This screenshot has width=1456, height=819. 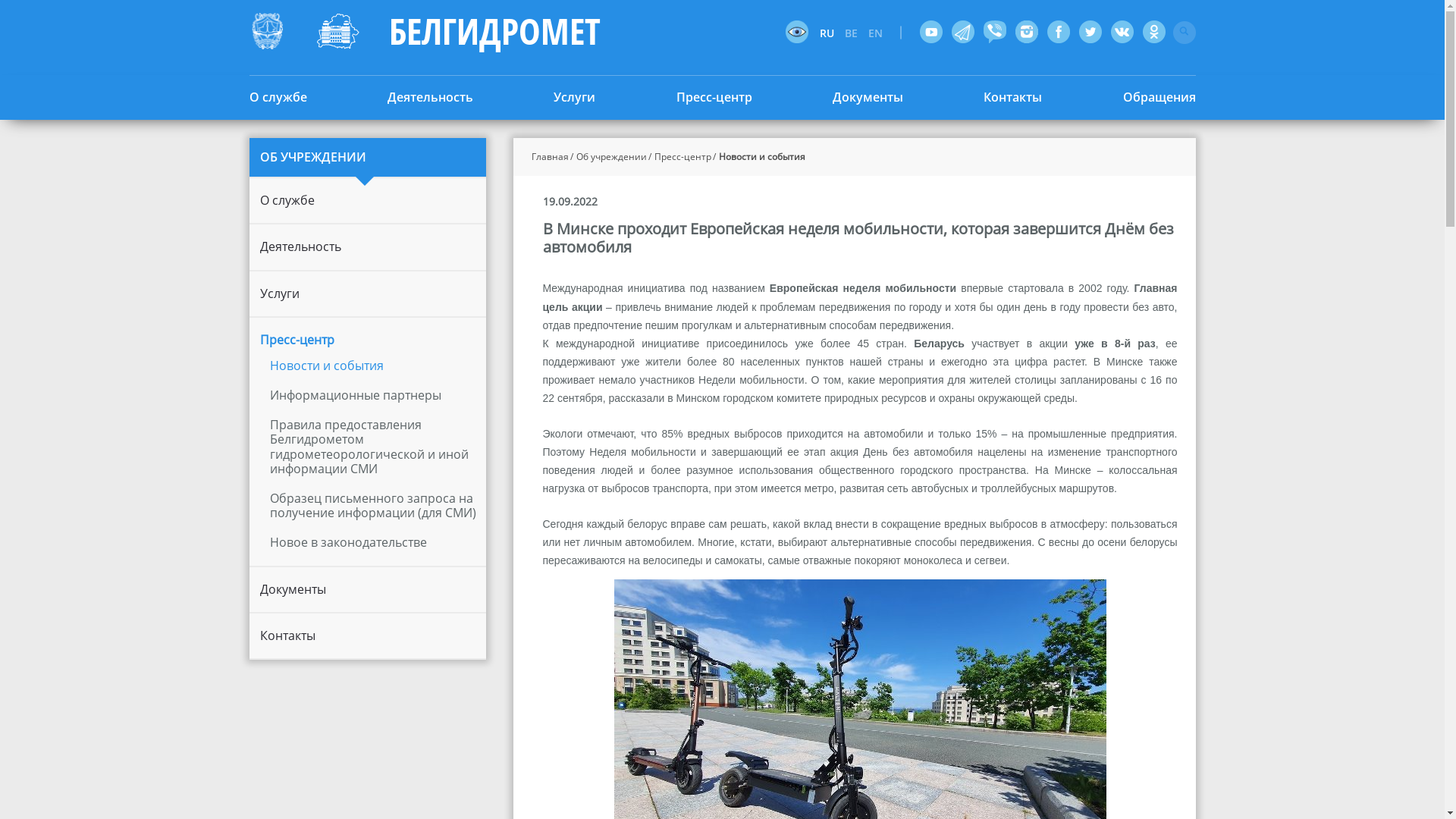 What do you see at coordinates (1057, 32) in the screenshot?
I see `'facebook'` at bounding box center [1057, 32].